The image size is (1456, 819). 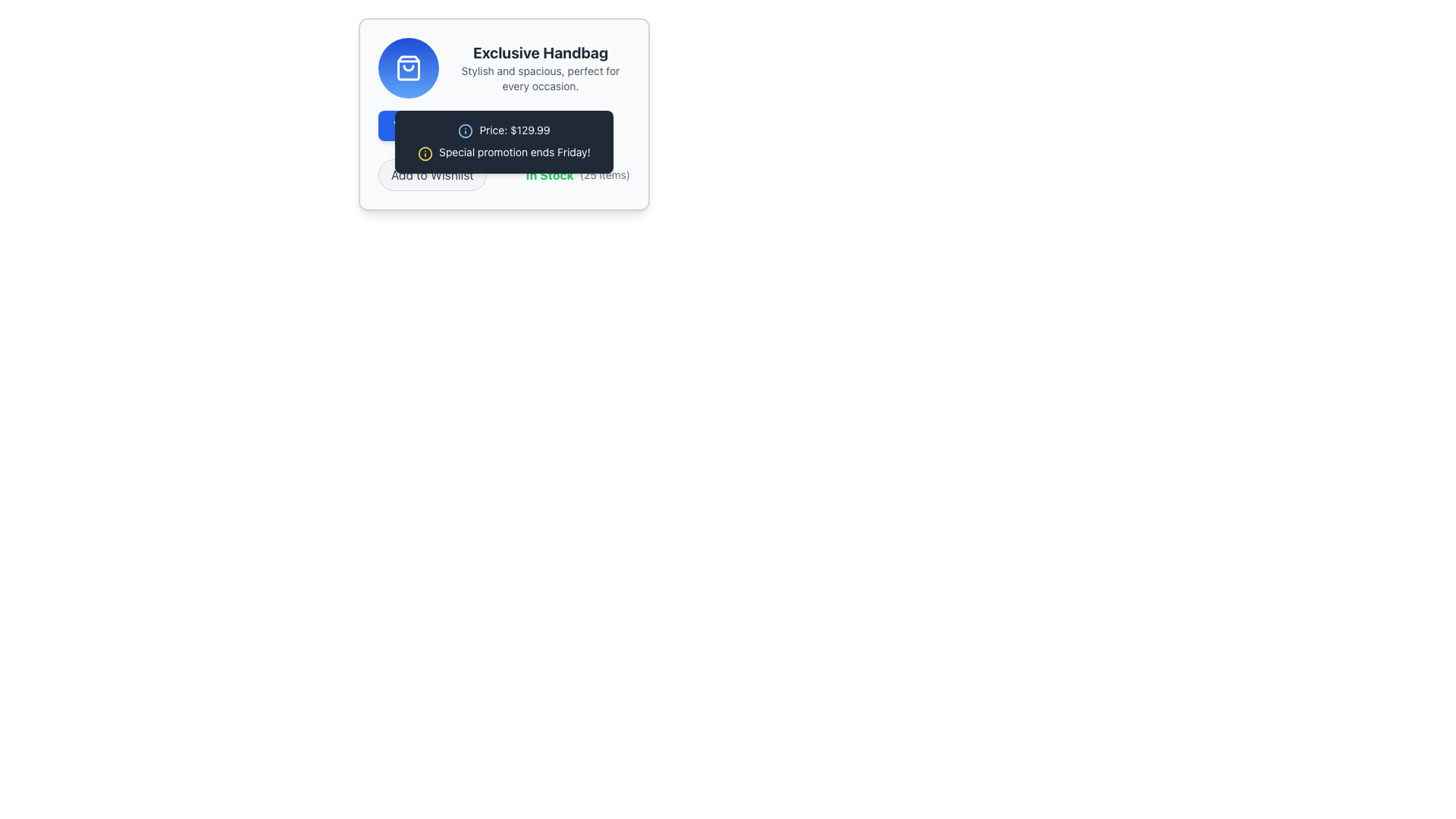 What do you see at coordinates (408, 67) in the screenshot?
I see `the shopping-related icon located to the left of the text titled 'Exclusive Handbag' for contextual understanding` at bounding box center [408, 67].